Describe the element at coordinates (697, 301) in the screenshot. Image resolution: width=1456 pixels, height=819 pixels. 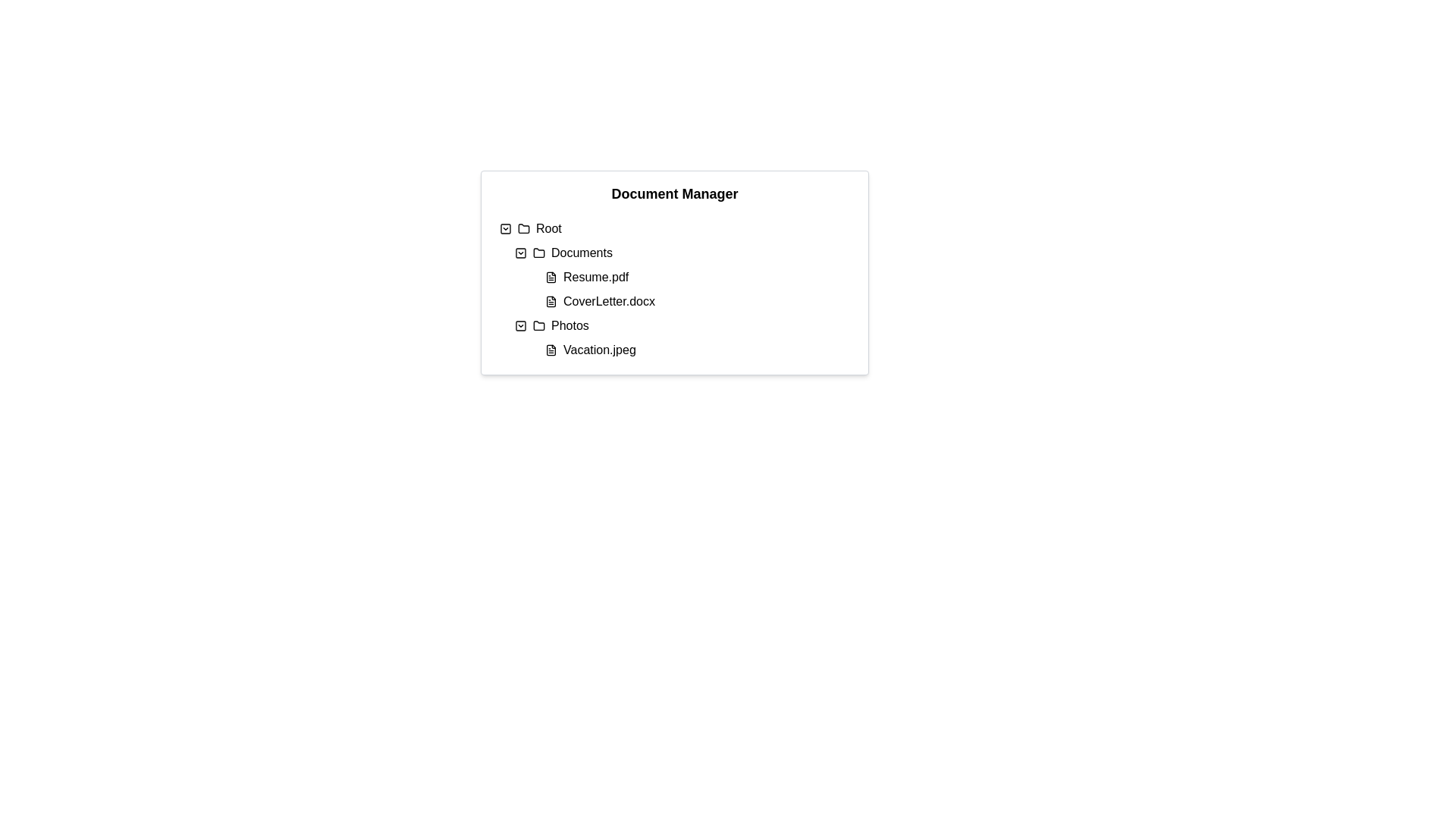
I see `the file list item labeled 'CoverLetter.docx' located in the 'Documents' folder of the 'Document Manager' interface` at that location.